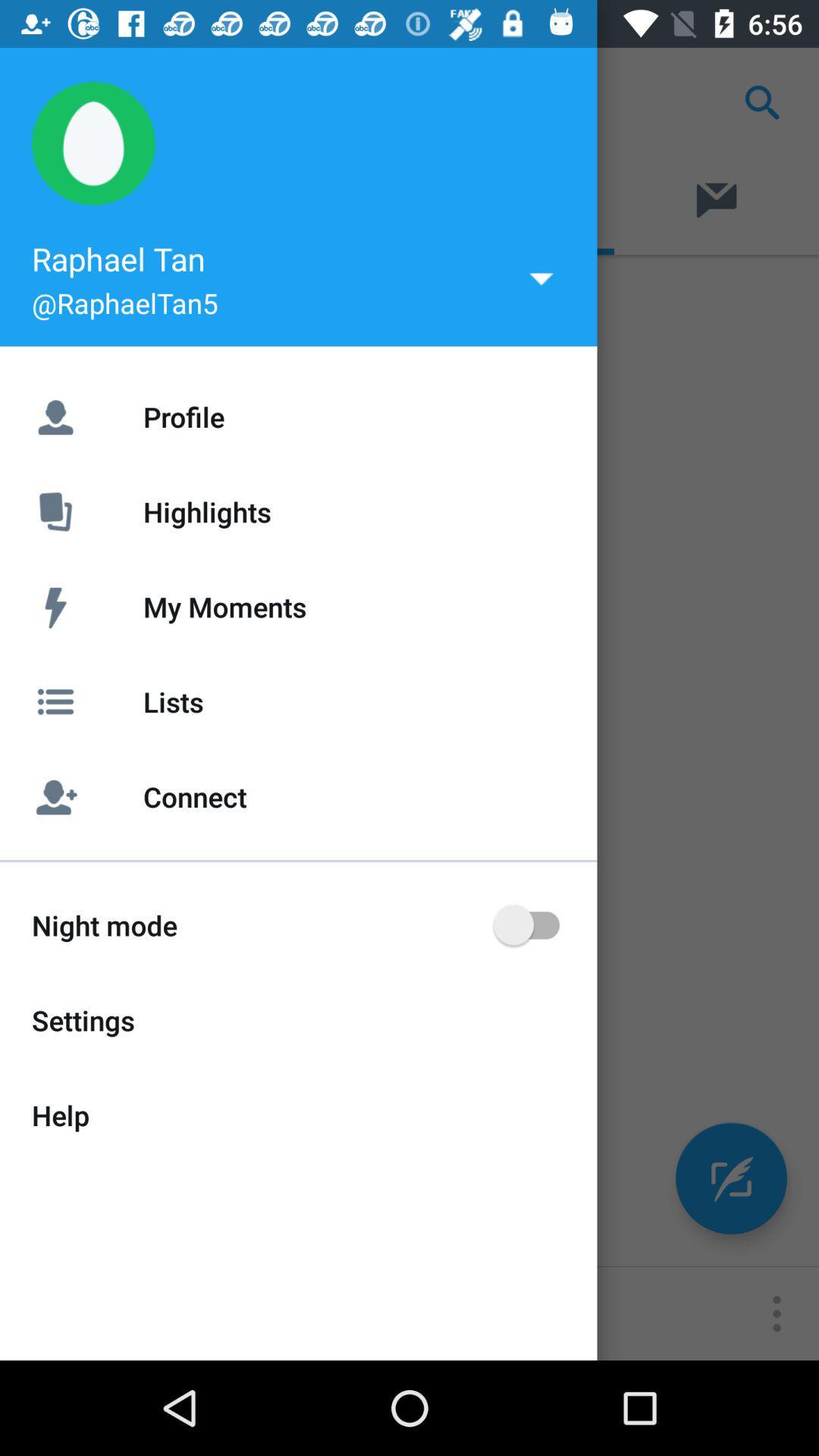 The height and width of the screenshot is (1456, 819). I want to click on the more icon, so click(777, 1313).